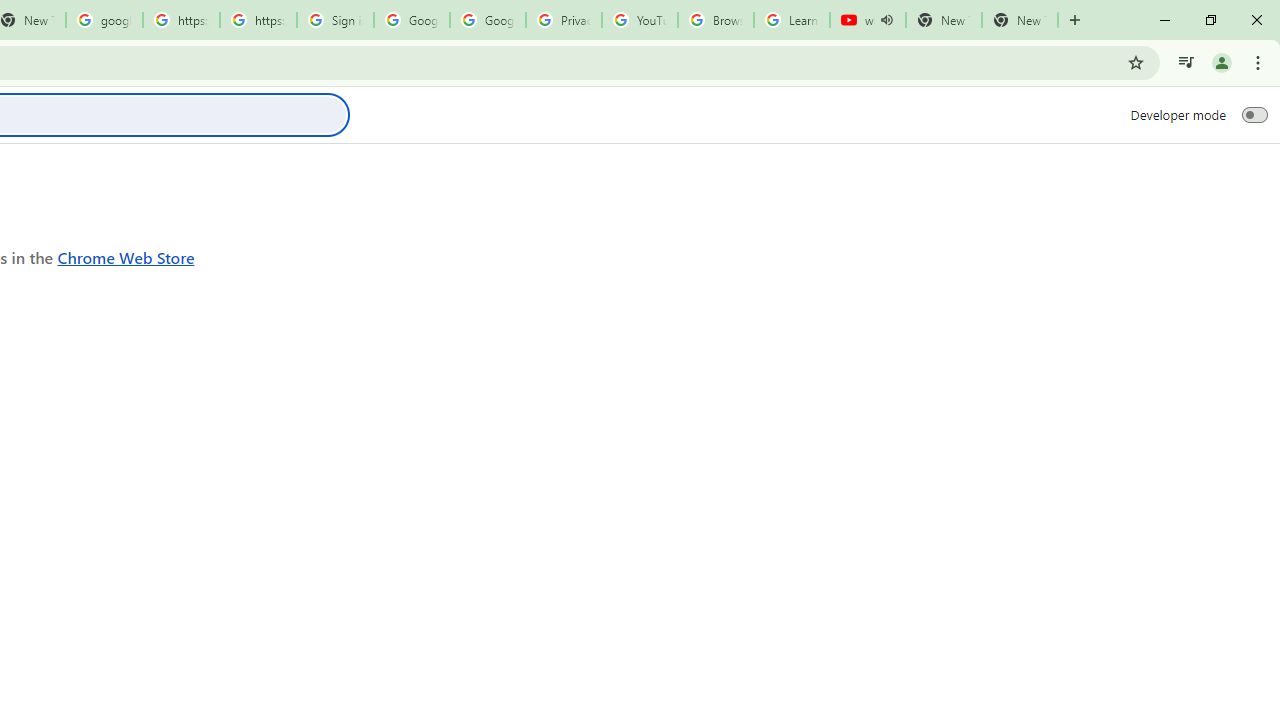 The width and height of the screenshot is (1280, 720). I want to click on 'New Tab', so click(1020, 20).